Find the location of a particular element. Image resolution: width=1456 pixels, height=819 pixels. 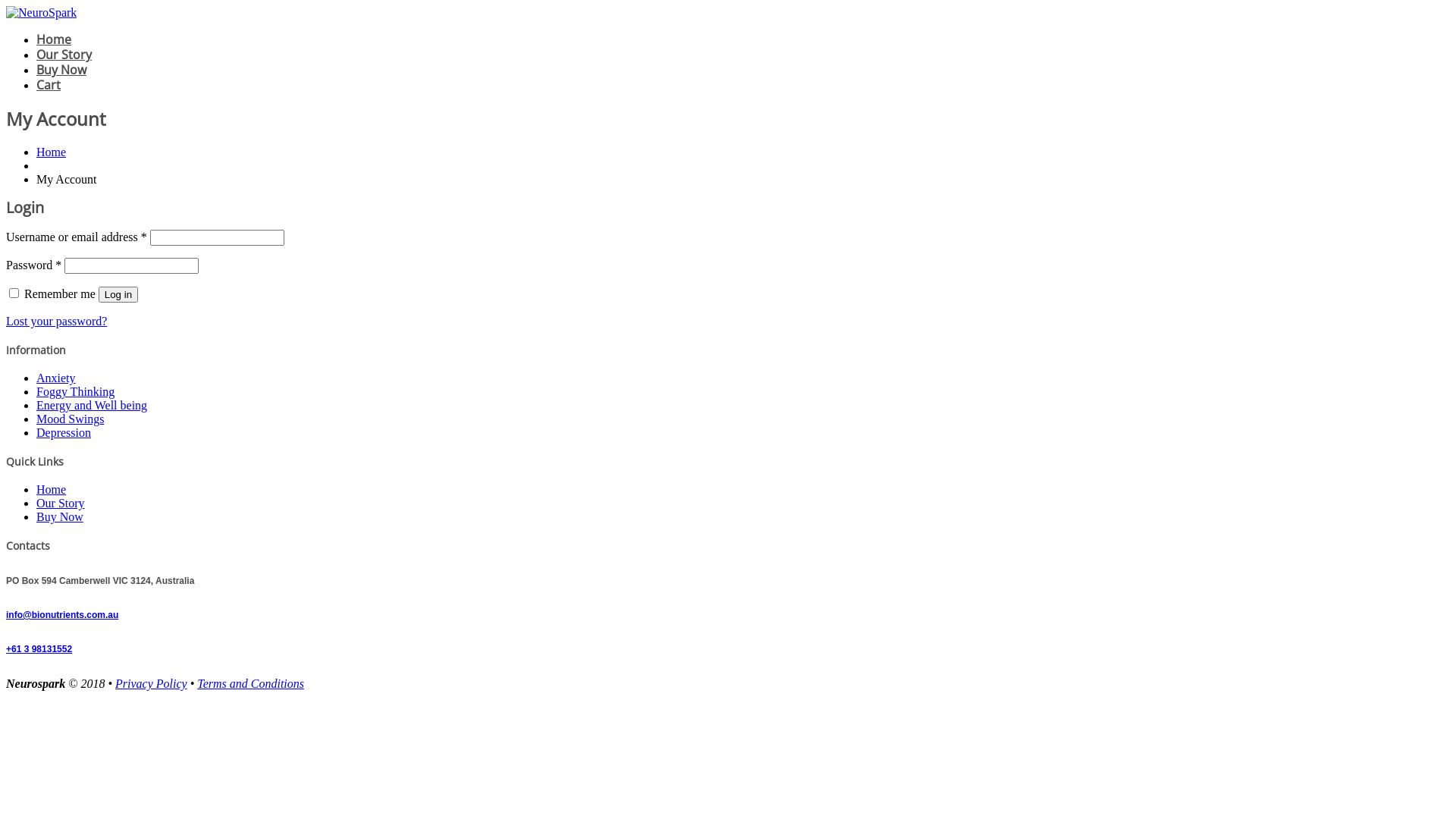

'Depression' is located at coordinates (62, 432).